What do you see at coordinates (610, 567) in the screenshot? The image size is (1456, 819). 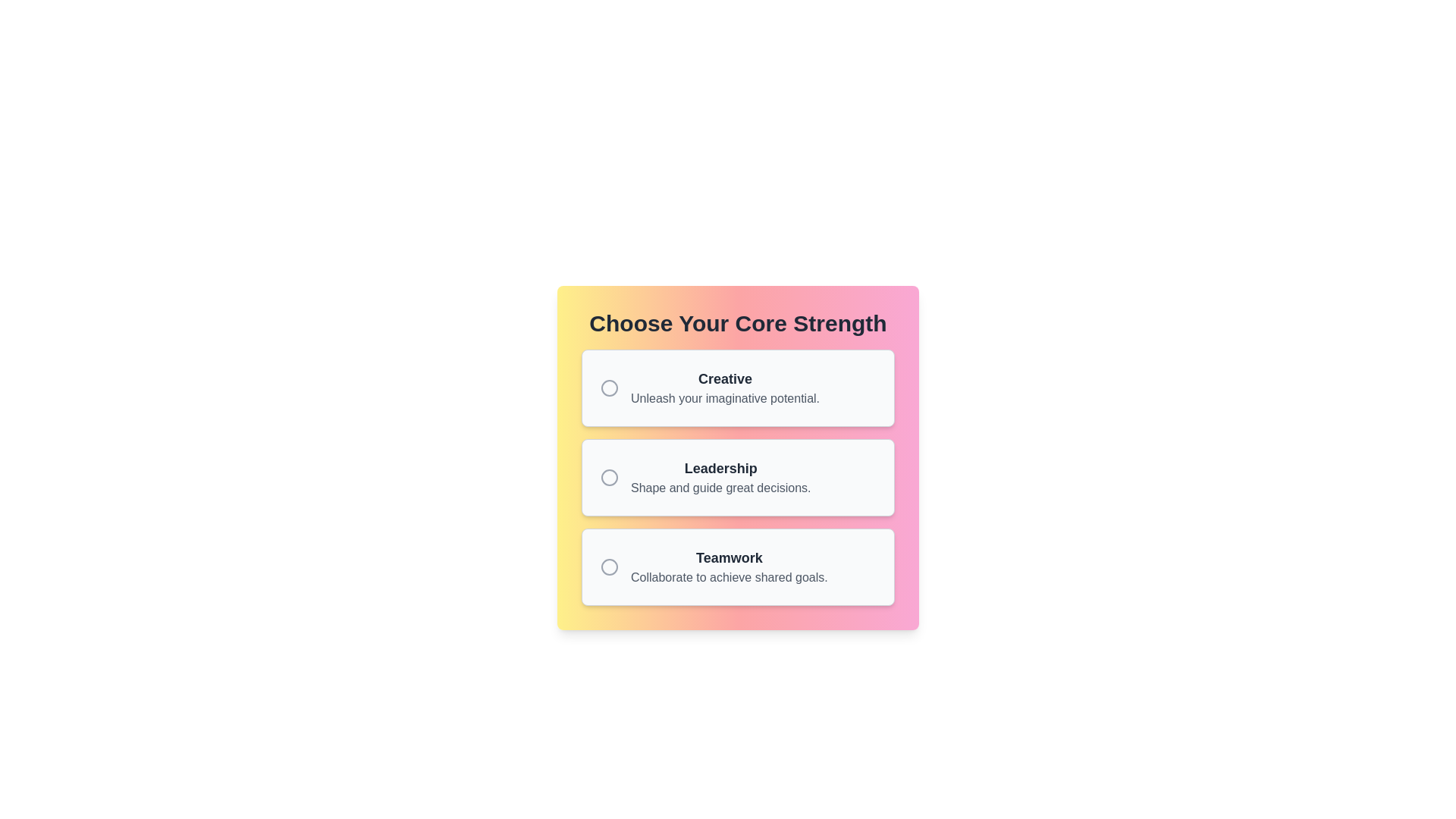 I see `the circular radio button positioned to the left of the text 'Teamwork Collaborate to achieve shared goals'` at bounding box center [610, 567].